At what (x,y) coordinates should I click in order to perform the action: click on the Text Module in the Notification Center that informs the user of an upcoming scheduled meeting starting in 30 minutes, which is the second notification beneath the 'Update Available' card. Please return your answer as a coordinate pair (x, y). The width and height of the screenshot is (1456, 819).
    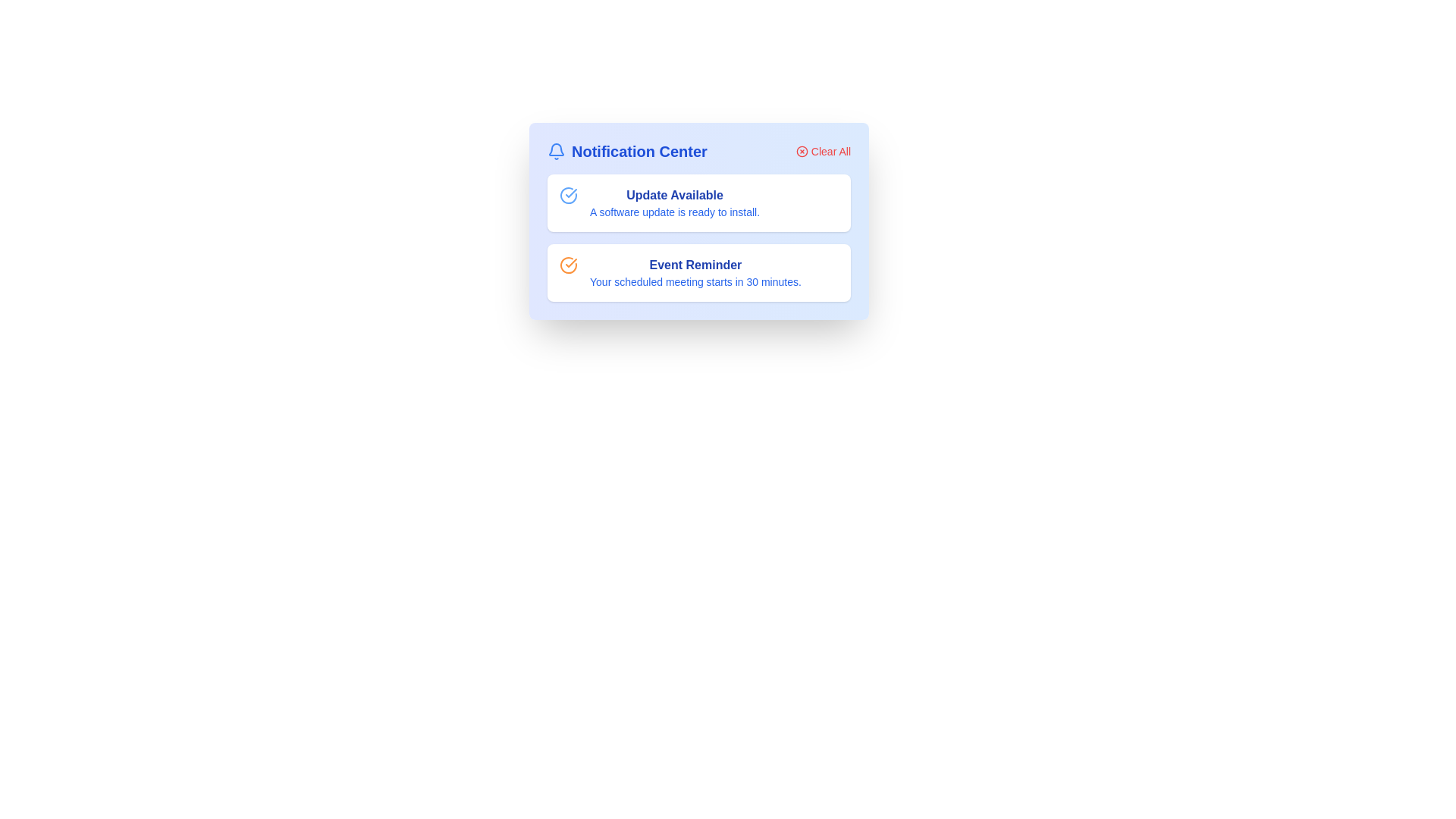
    Looking at the image, I should click on (695, 271).